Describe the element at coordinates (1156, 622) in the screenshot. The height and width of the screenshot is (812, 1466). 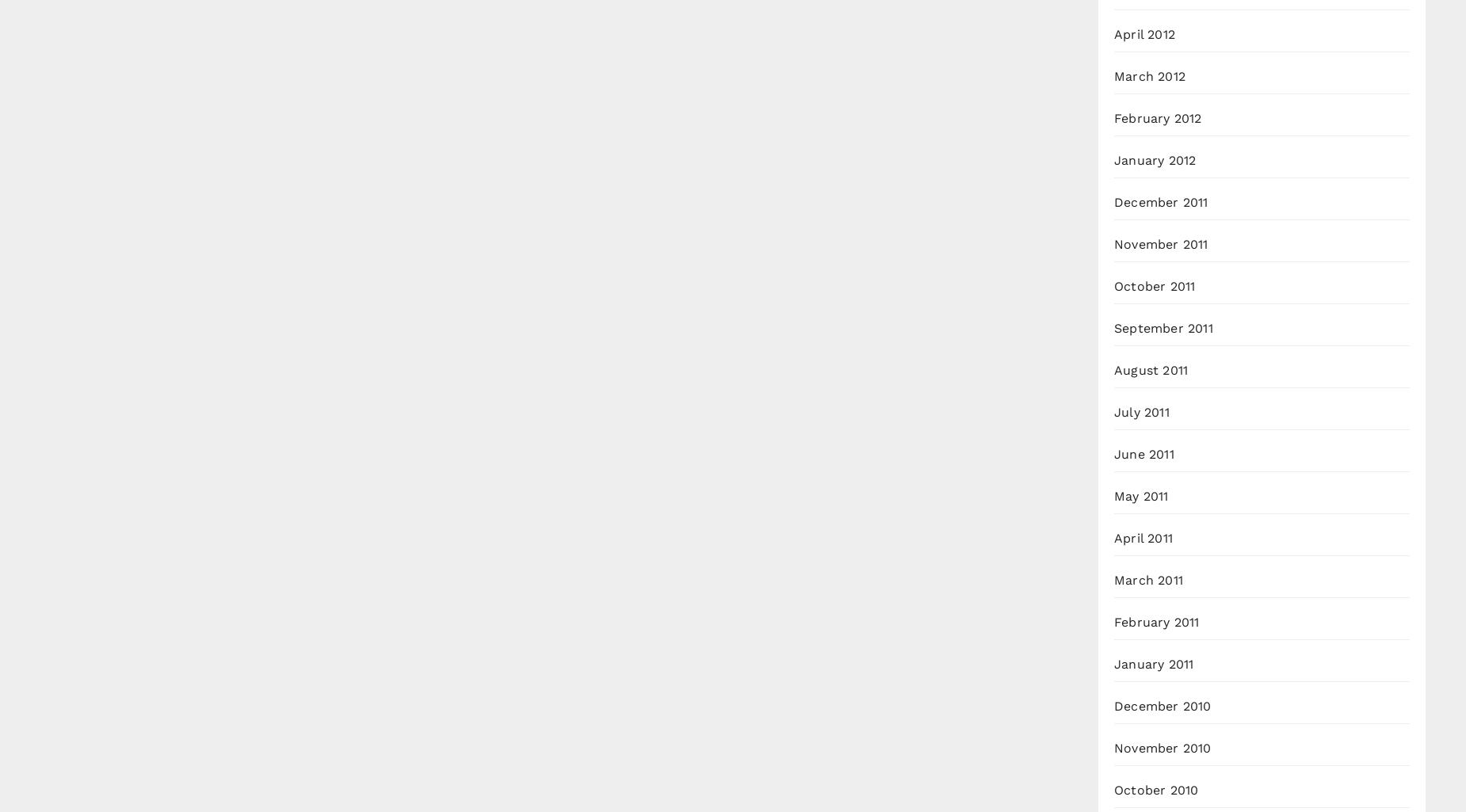
I see `'February 2011'` at that location.